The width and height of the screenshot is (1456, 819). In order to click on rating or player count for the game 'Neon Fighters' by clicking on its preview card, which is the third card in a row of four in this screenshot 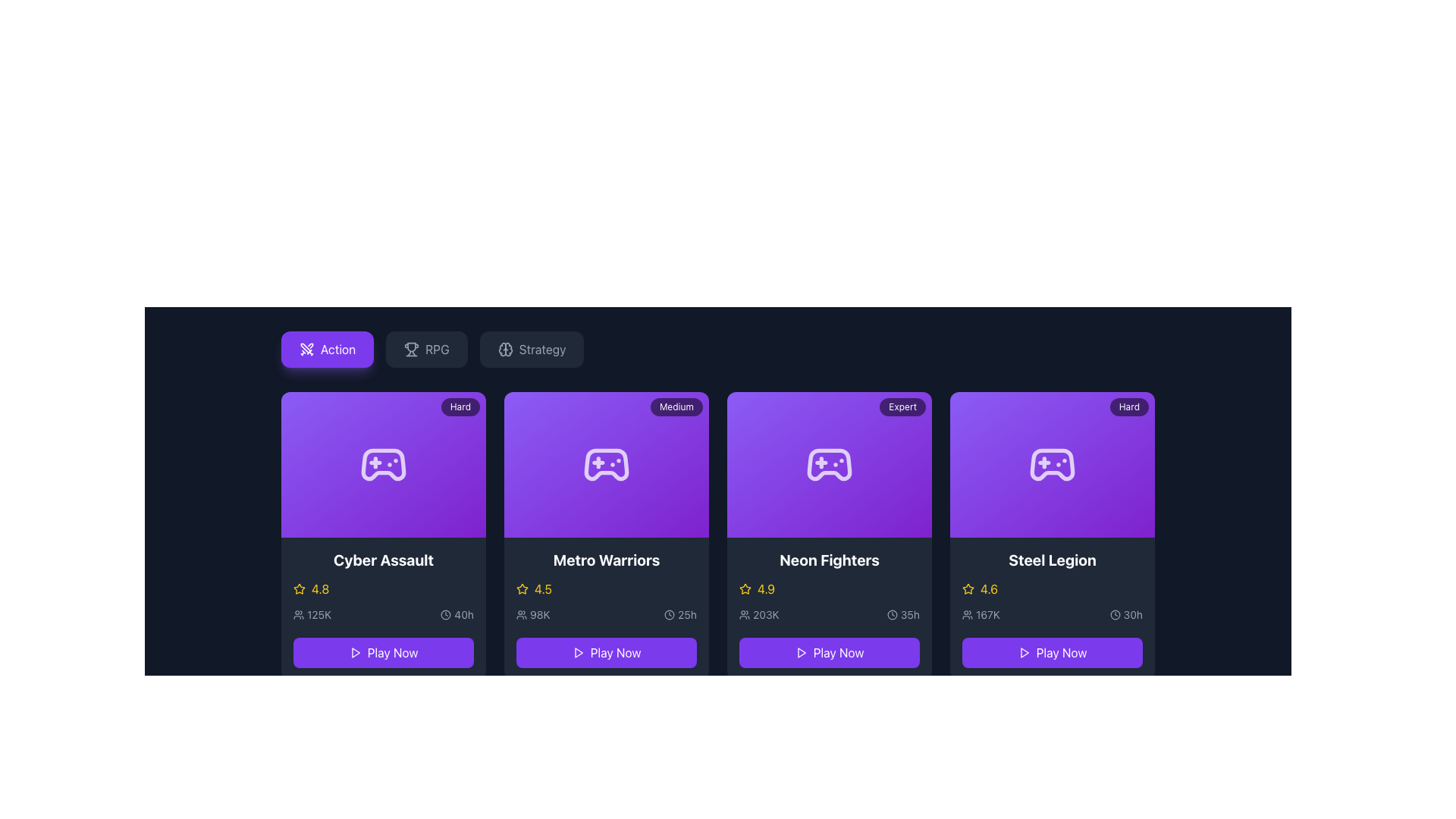, I will do `click(829, 535)`.